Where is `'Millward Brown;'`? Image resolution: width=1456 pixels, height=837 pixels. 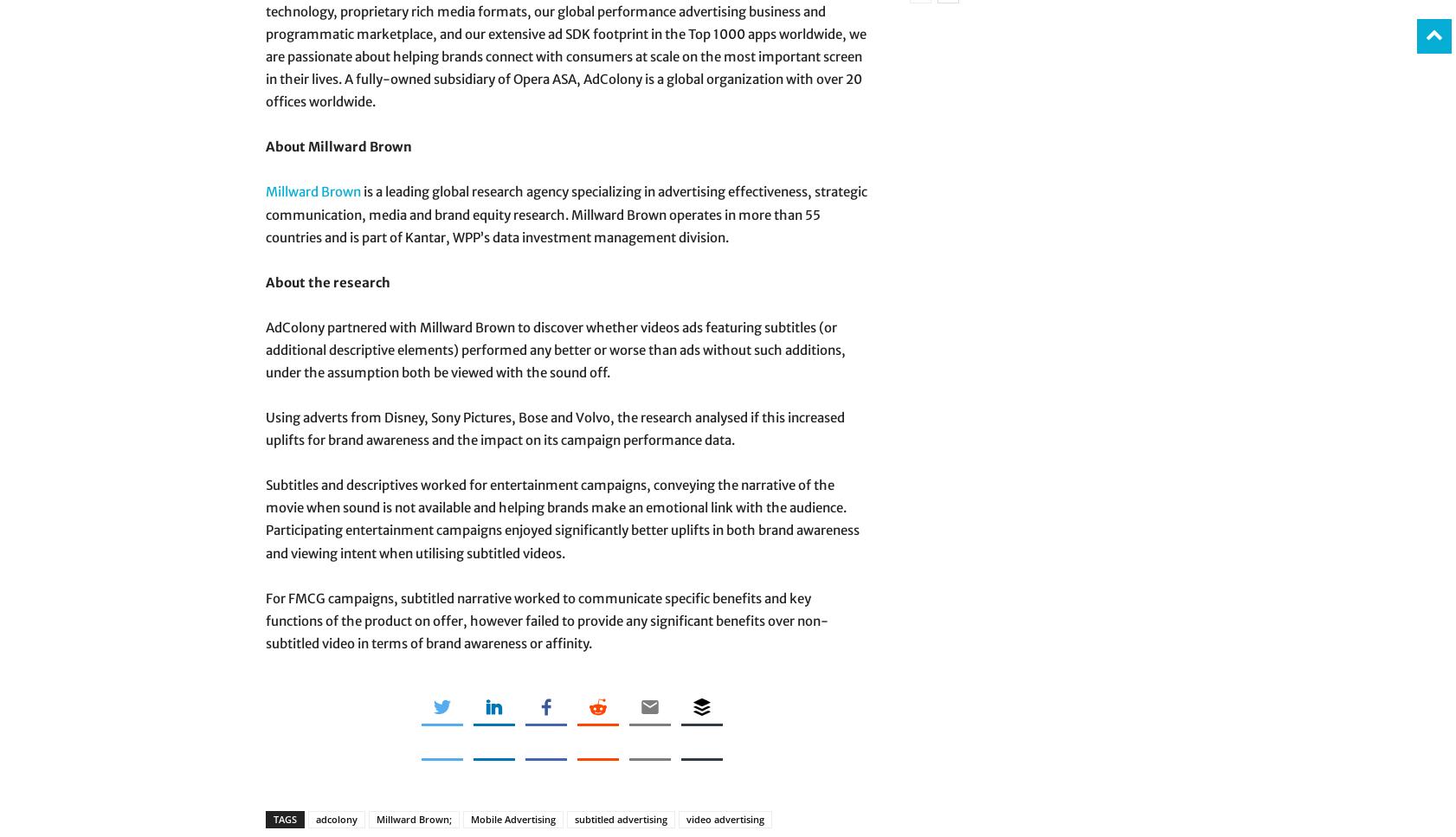
'Millward Brown;' is located at coordinates (414, 817).